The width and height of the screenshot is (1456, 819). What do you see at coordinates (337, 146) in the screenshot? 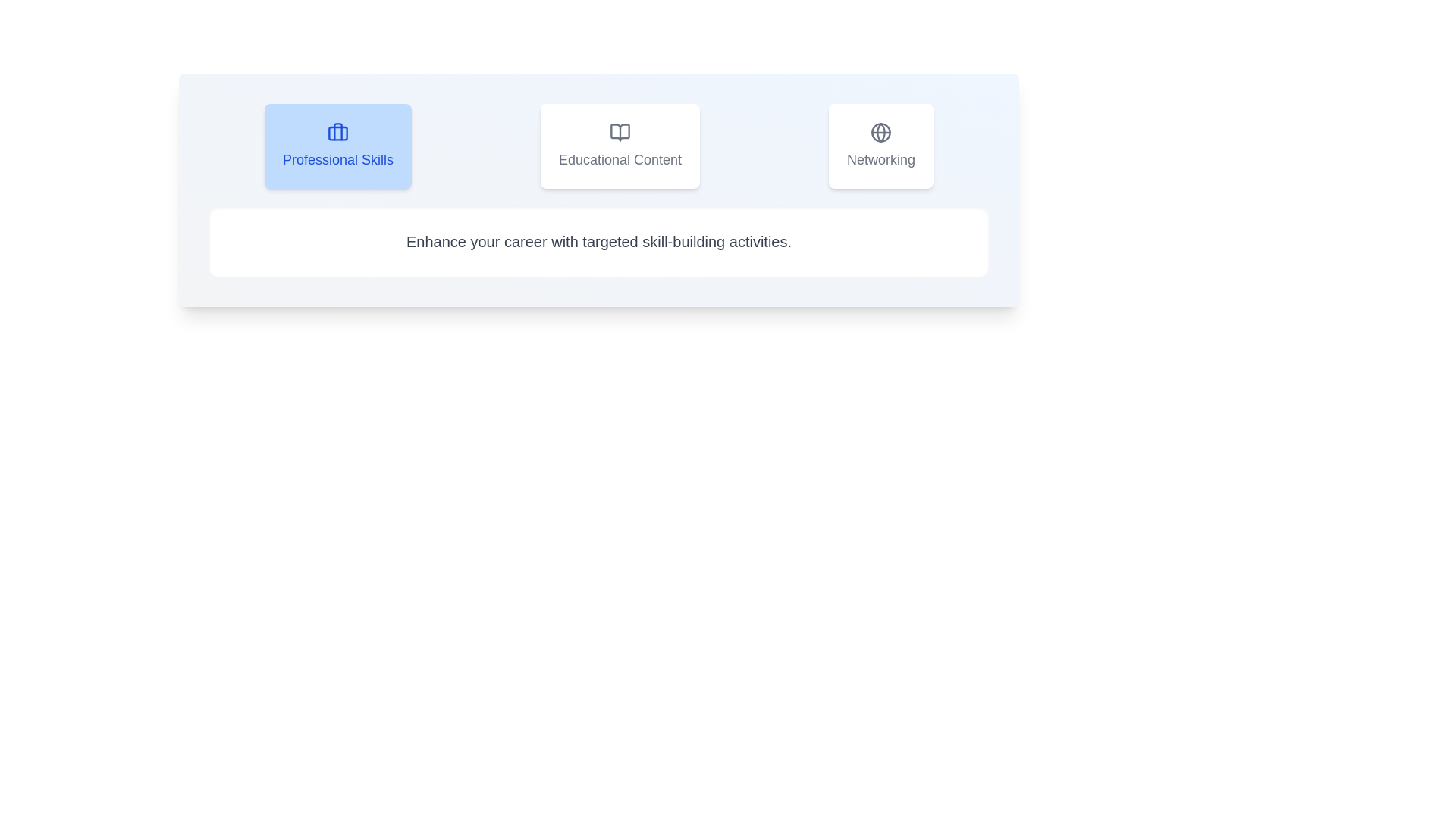
I see `the tab labeled Professional Skills` at bounding box center [337, 146].